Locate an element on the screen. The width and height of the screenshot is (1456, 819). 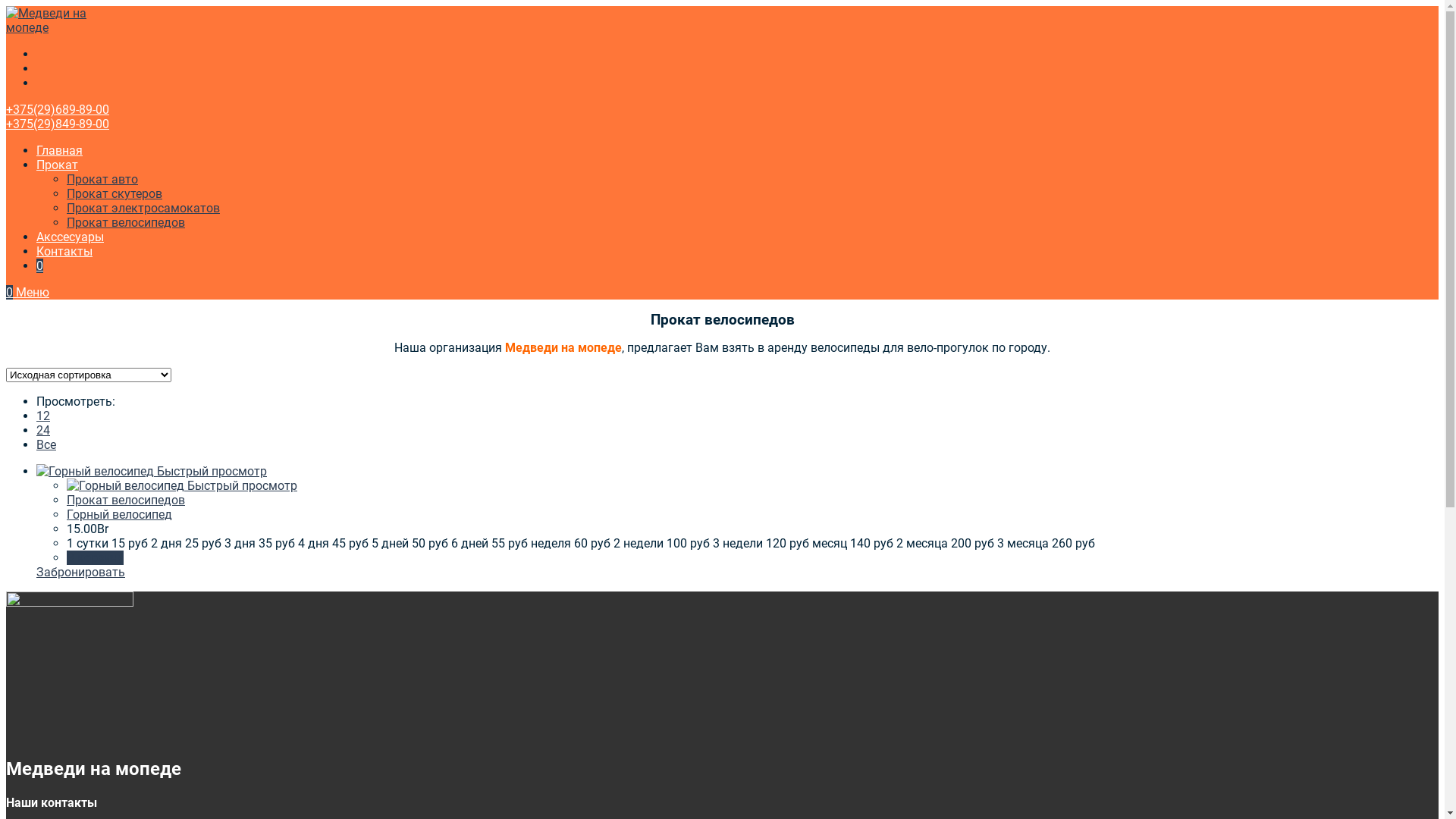
'12' is located at coordinates (43, 416).